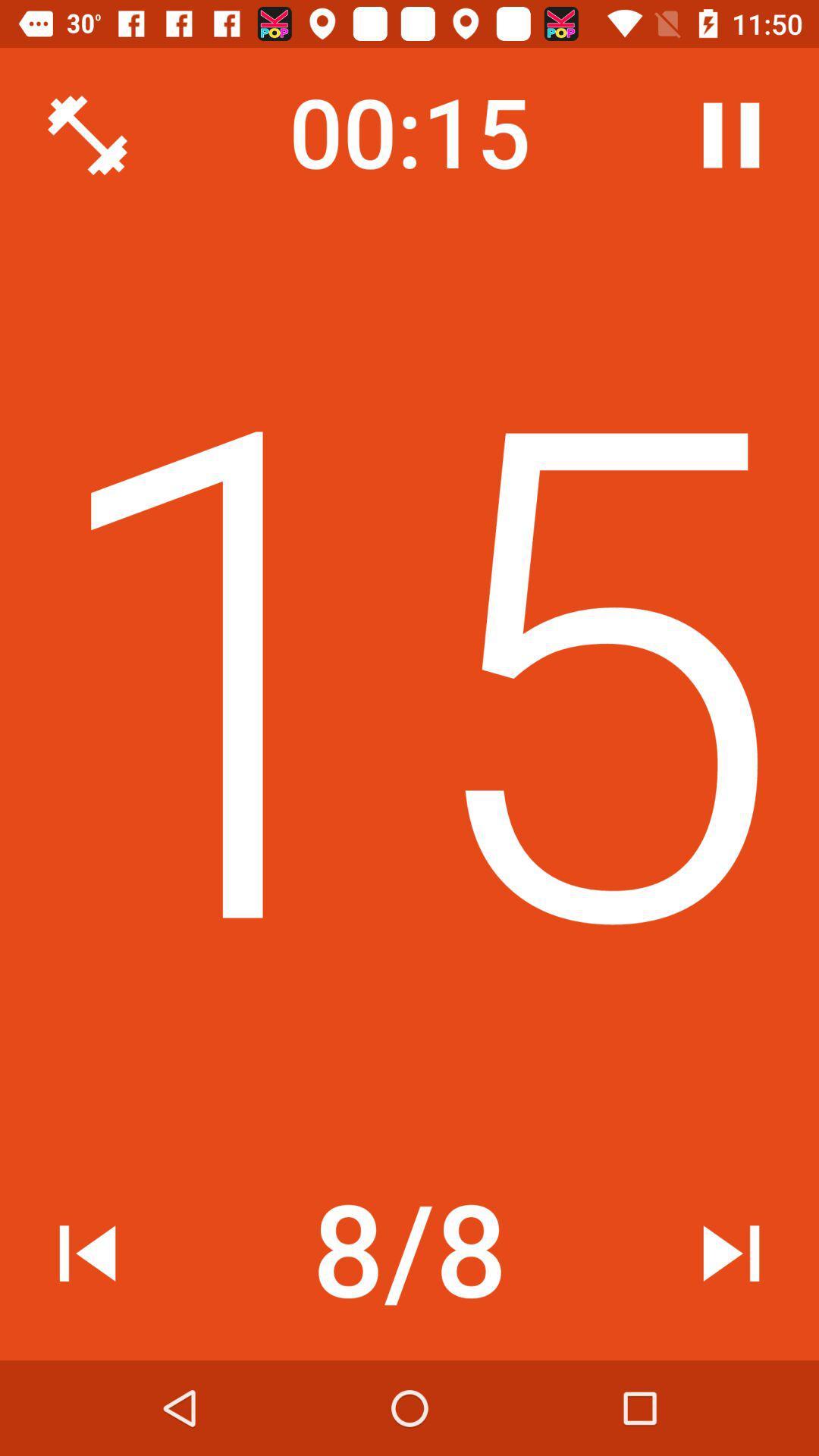  I want to click on item next to 8/8, so click(87, 1253).